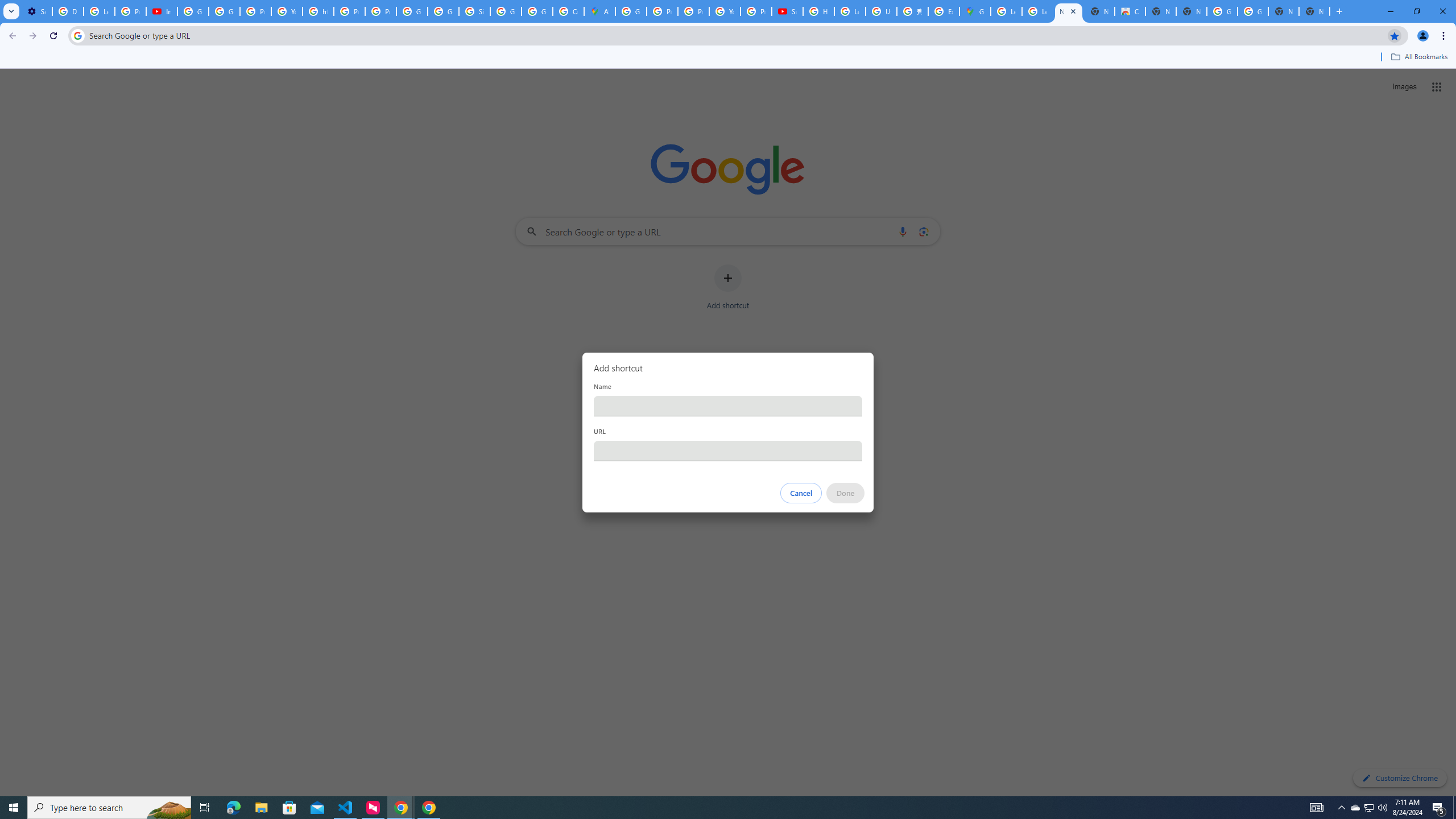 The image size is (1456, 819). What do you see at coordinates (1129, 11) in the screenshot?
I see `'Chrome Web Store'` at bounding box center [1129, 11].